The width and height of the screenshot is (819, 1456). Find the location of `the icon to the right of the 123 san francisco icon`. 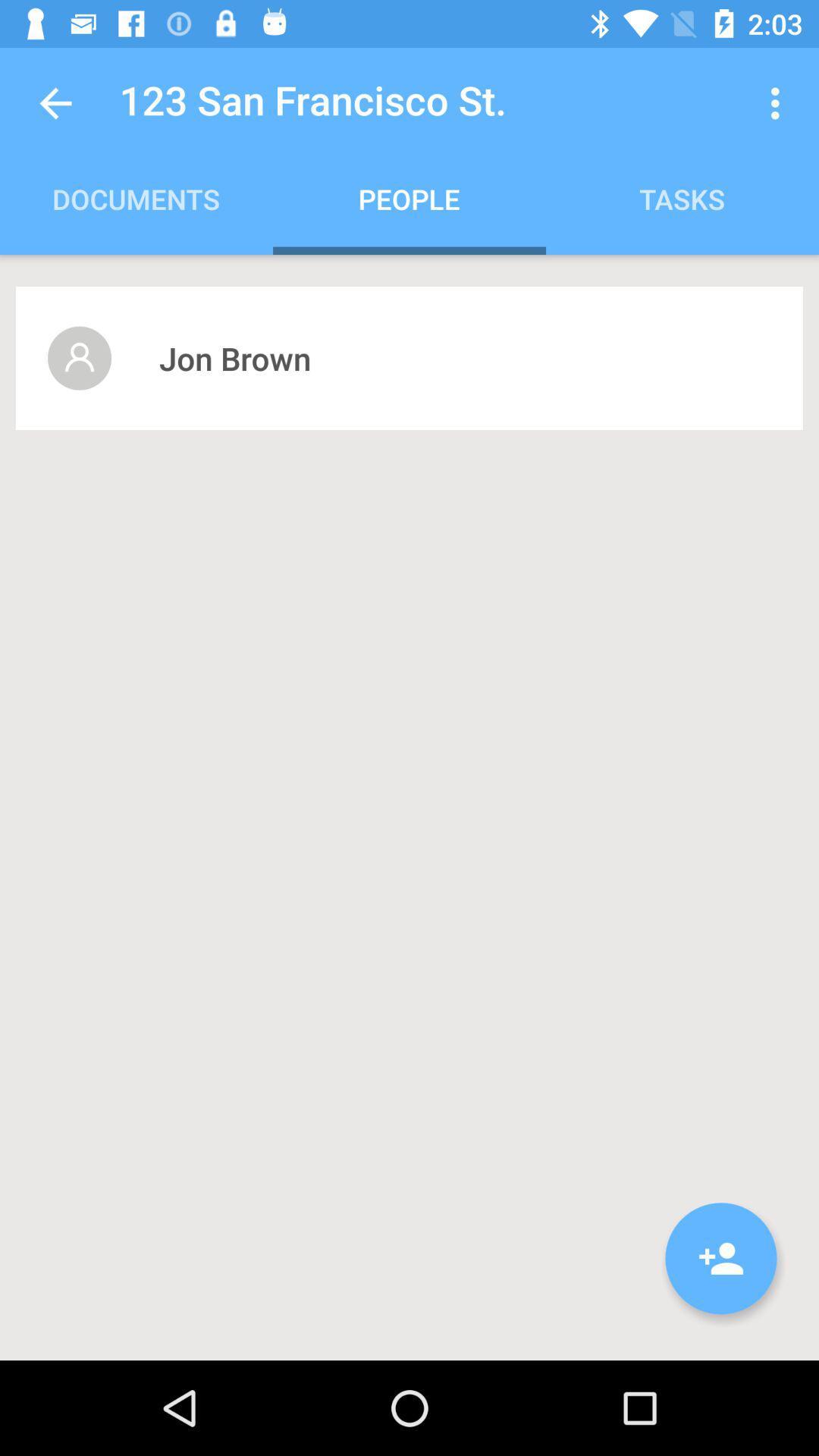

the icon to the right of the 123 san francisco icon is located at coordinates (779, 102).